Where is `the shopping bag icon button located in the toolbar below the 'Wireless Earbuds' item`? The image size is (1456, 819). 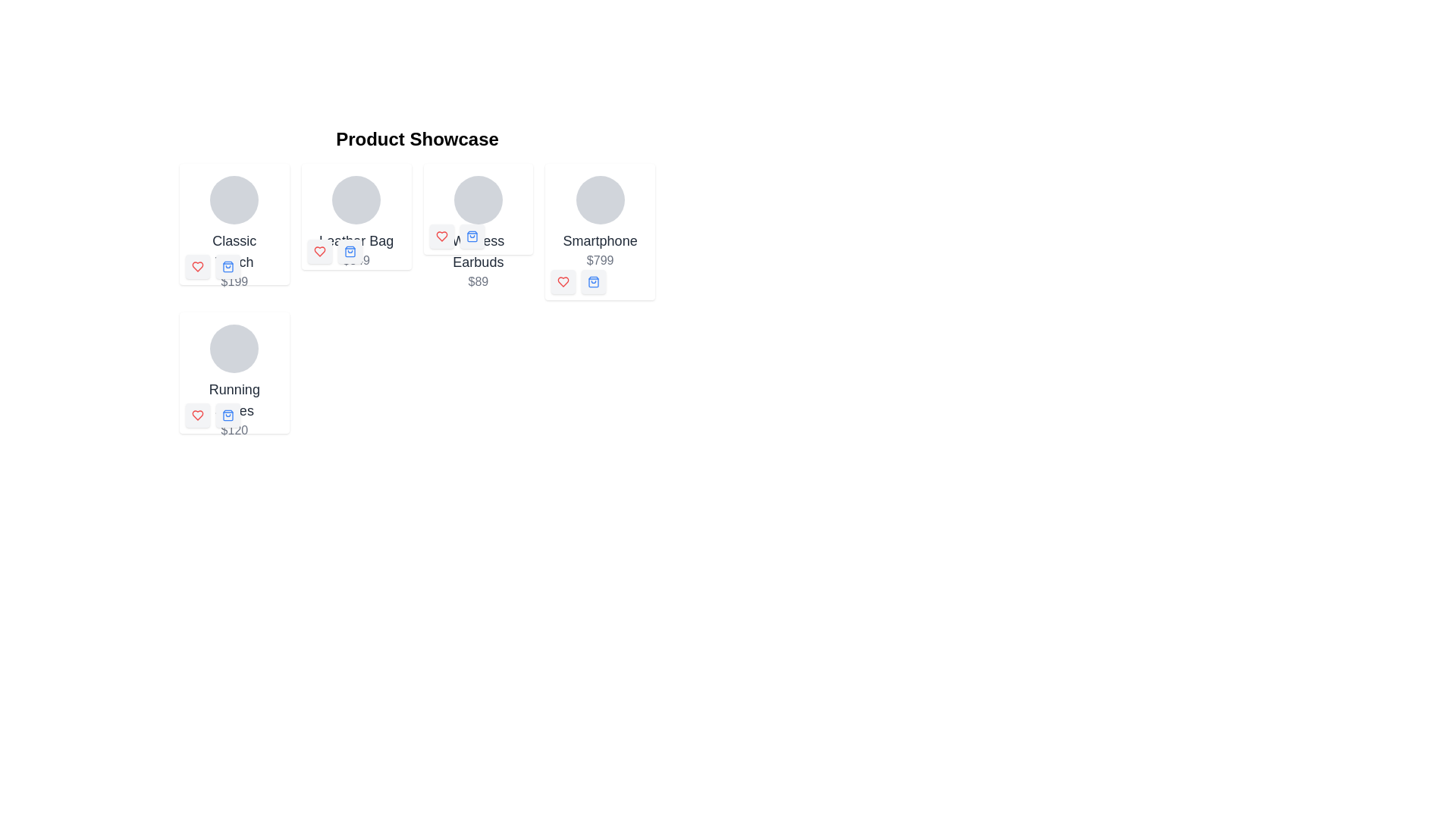 the shopping bag icon button located in the toolbar below the 'Wireless Earbuds' item is located at coordinates (471, 237).